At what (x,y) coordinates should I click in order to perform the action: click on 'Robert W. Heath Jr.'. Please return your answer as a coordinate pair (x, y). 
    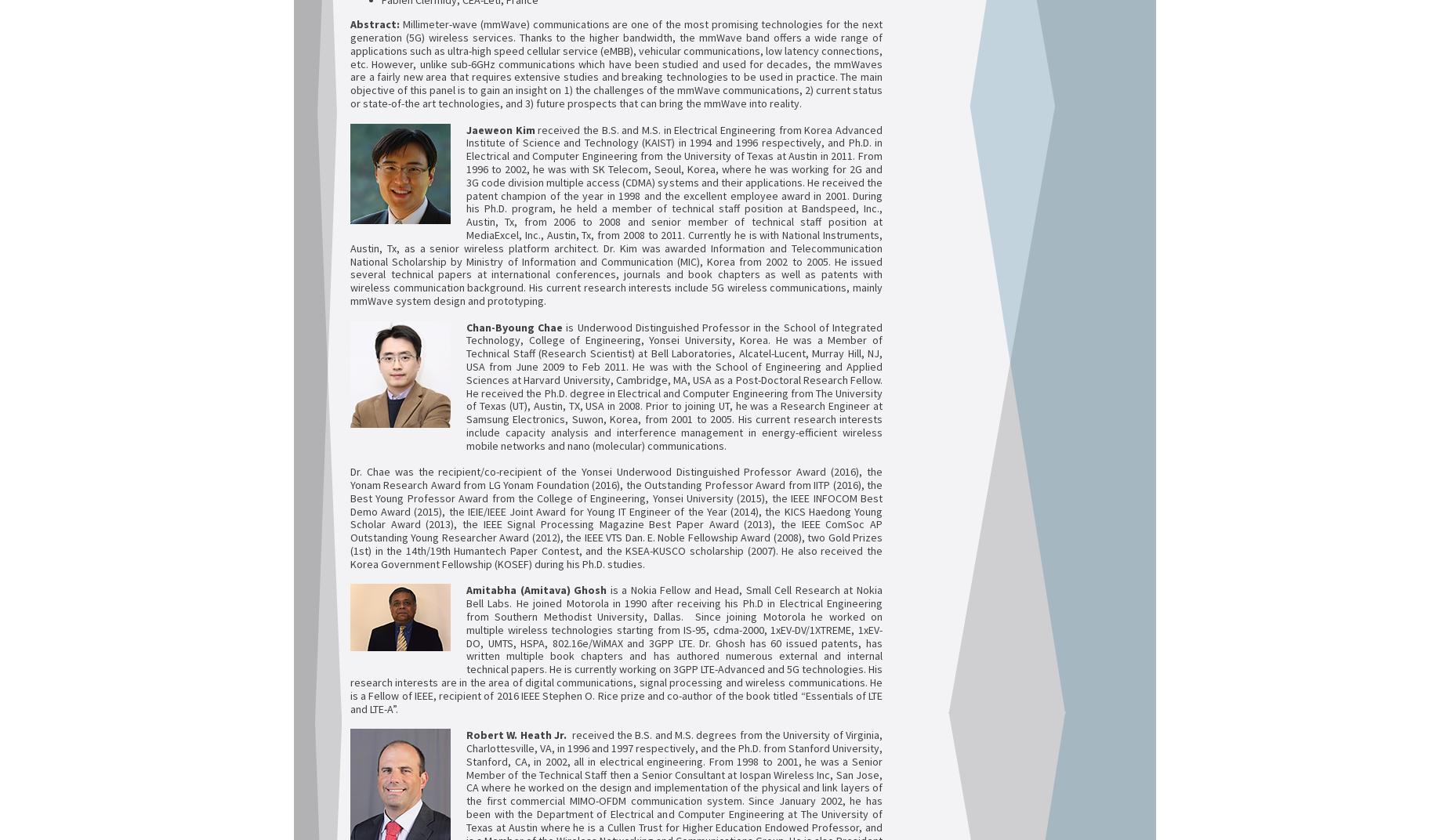
    Looking at the image, I should click on (466, 735).